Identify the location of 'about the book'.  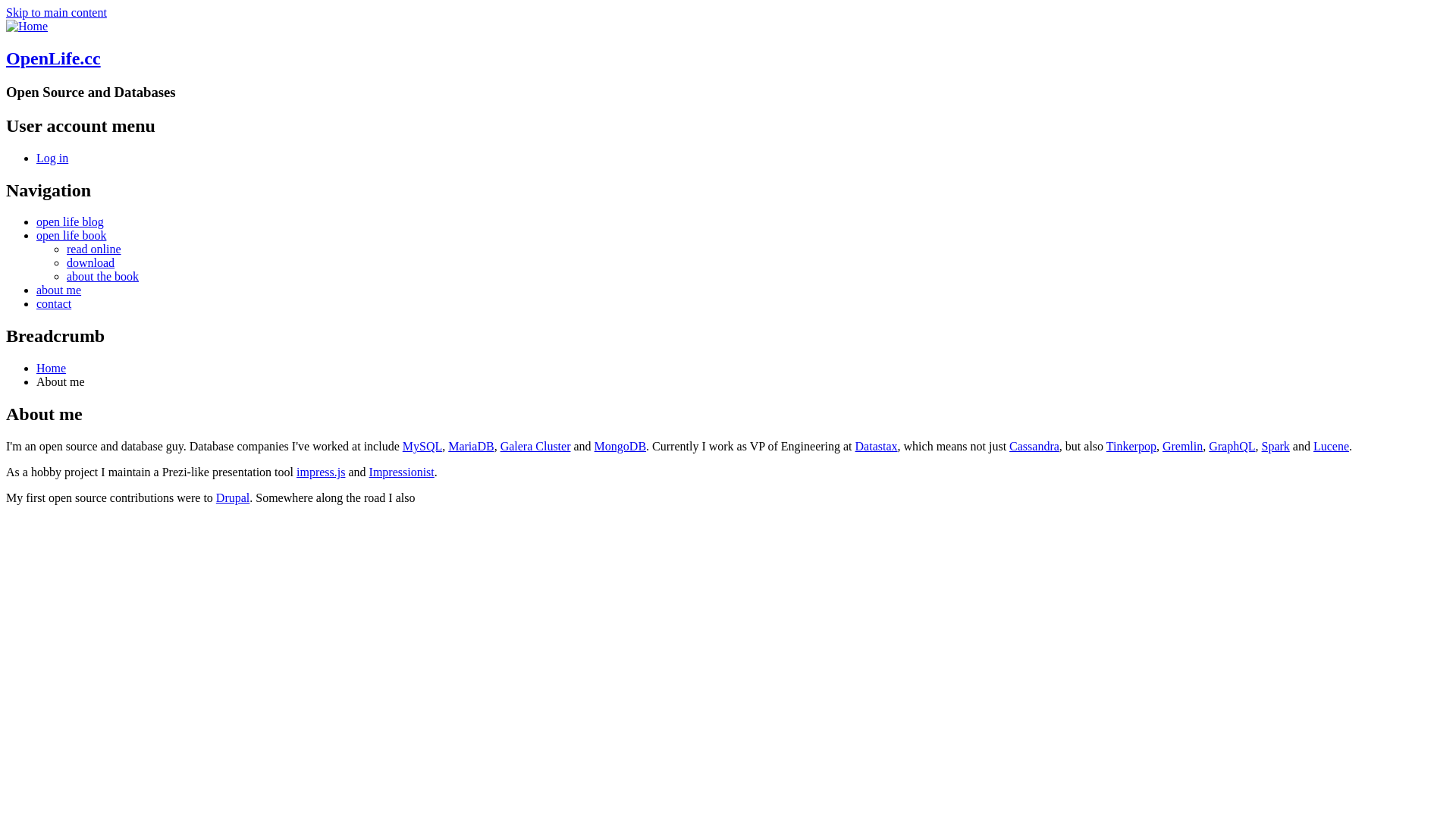
(102, 276).